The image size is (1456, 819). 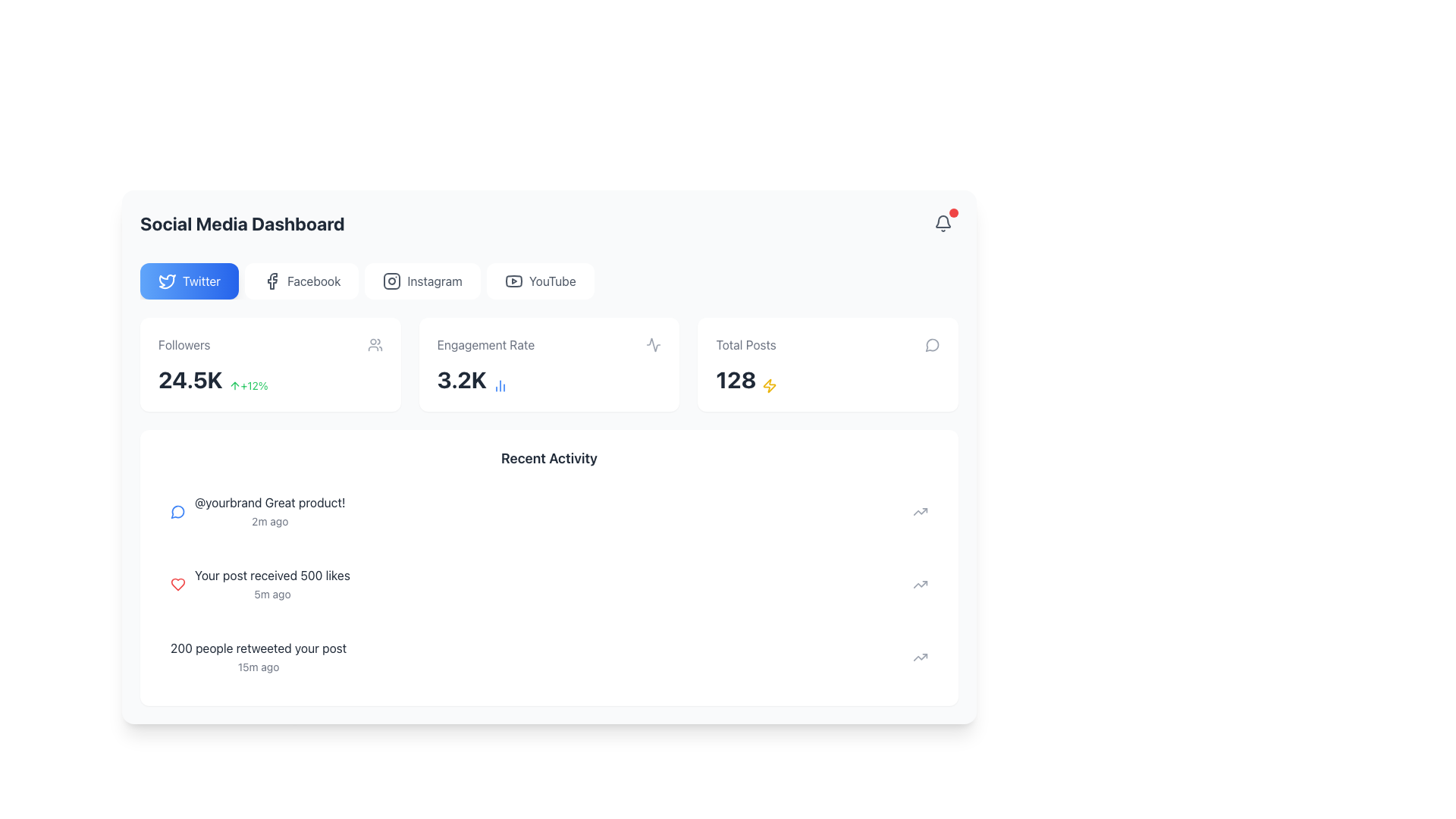 I want to click on the 'Facebook' button with a white background and rounded corners, so click(x=302, y=281).